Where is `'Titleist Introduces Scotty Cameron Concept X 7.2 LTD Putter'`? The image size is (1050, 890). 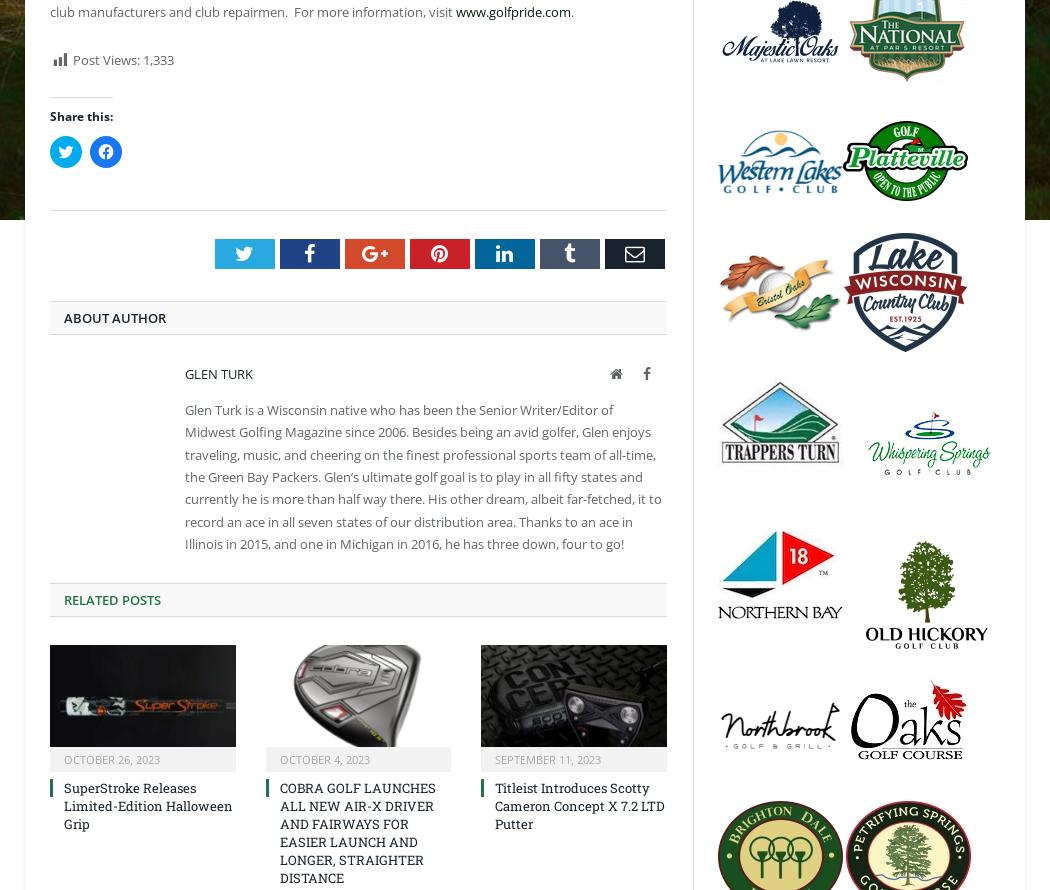 'Titleist Introduces Scotty Cameron Concept X 7.2 LTD Putter' is located at coordinates (493, 805).